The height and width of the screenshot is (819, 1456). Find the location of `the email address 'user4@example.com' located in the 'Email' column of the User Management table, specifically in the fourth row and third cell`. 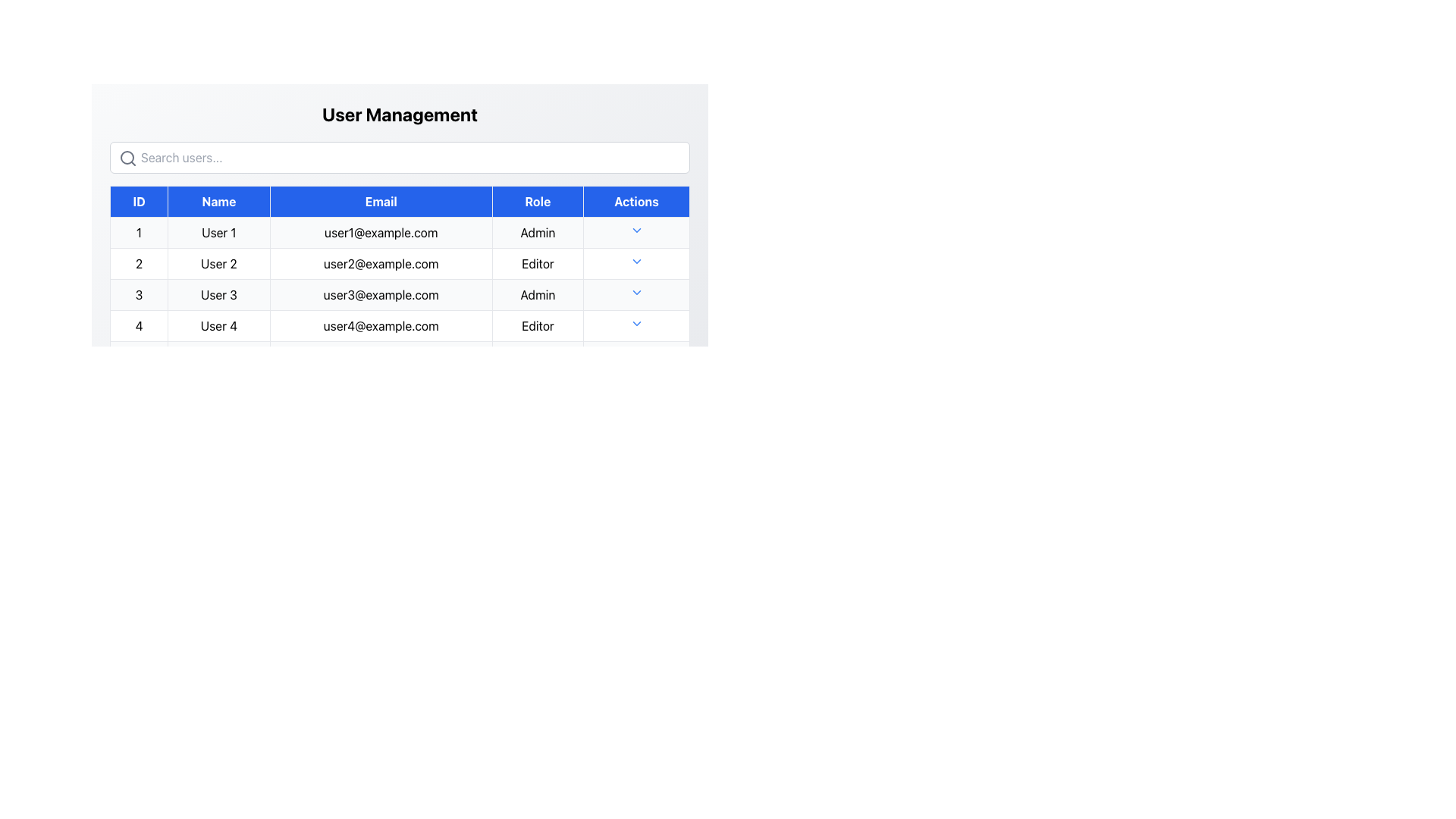

the email address 'user4@example.com' located in the 'Email' column of the User Management table, specifically in the fourth row and third cell is located at coordinates (381, 325).